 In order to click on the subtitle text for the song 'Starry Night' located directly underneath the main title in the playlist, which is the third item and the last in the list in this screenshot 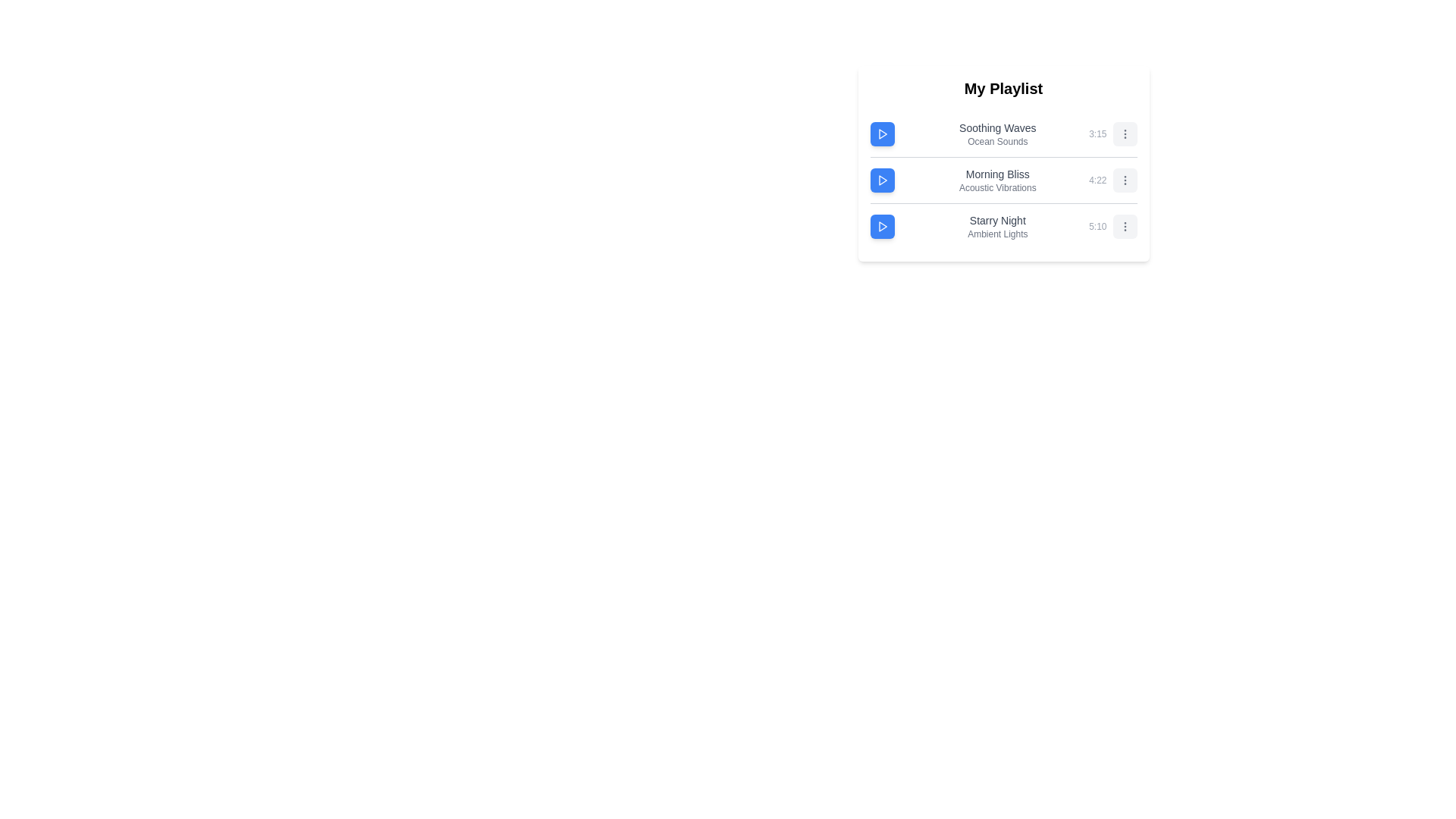, I will do `click(997, 234)`.